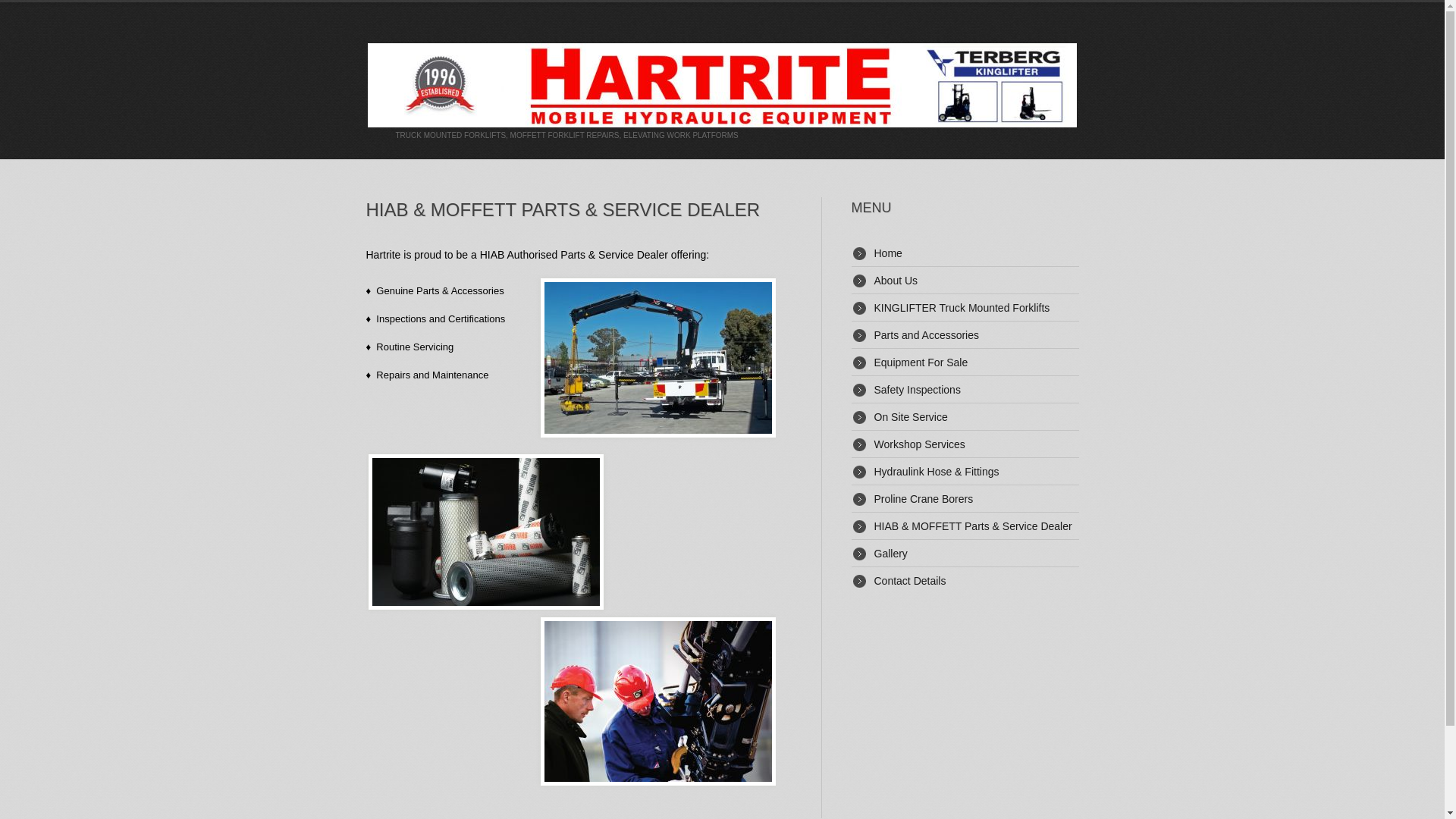  I want to click on 'Gallery', so click(890, 553).